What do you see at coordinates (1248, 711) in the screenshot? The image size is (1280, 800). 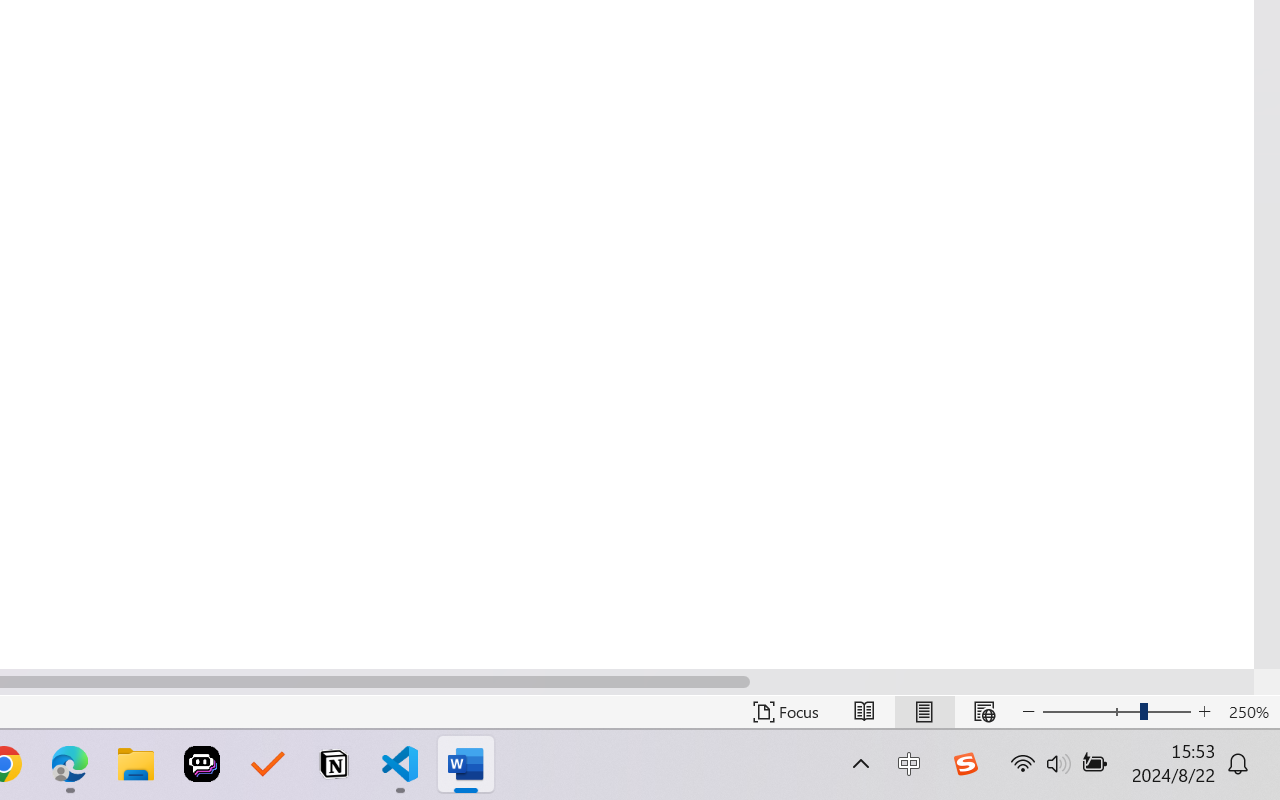 I see `'Zoom 100%'` at bounding box center [1248, 711].